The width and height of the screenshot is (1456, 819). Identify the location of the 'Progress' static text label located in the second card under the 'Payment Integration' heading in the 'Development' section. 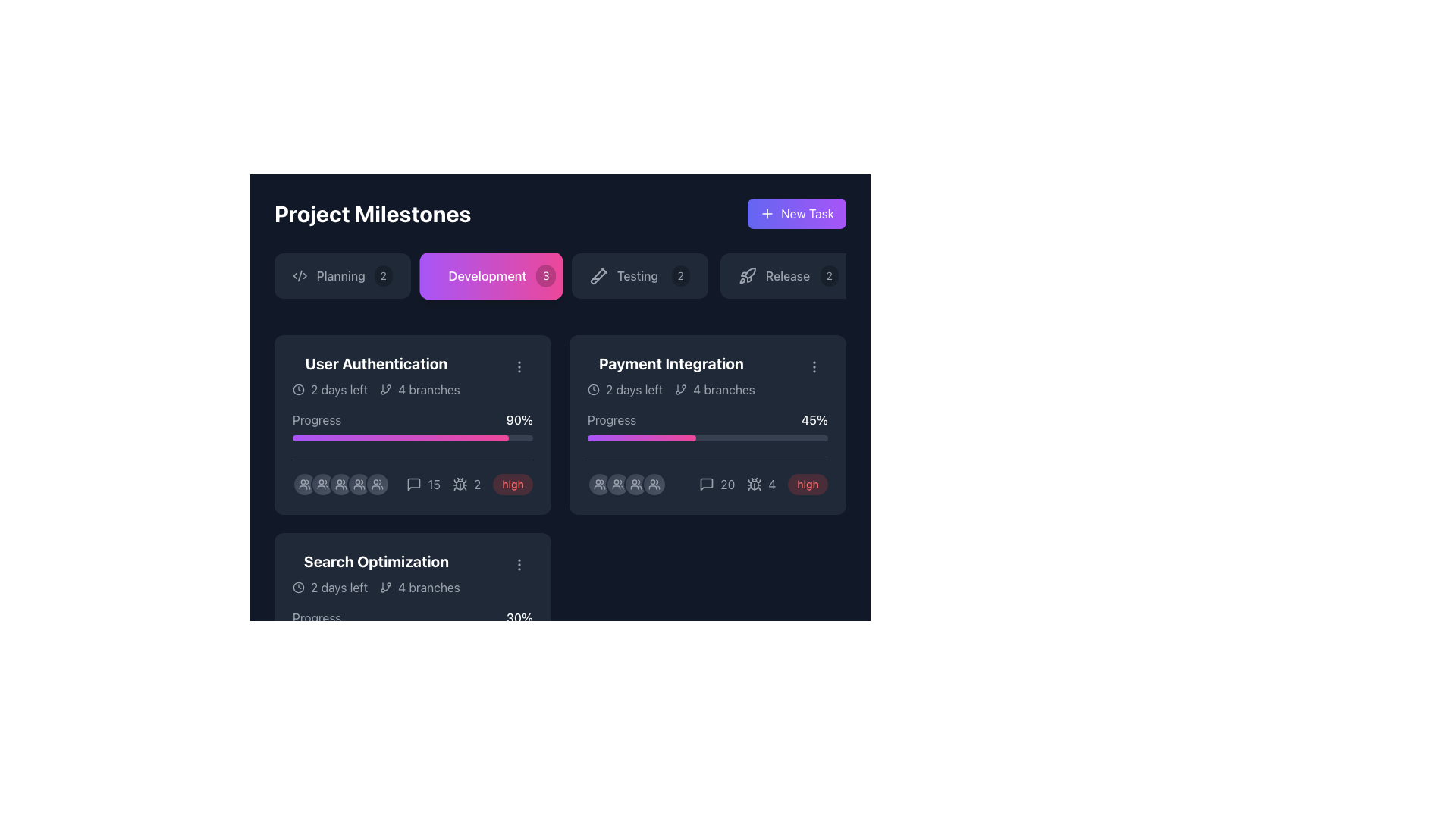
(612, 420).